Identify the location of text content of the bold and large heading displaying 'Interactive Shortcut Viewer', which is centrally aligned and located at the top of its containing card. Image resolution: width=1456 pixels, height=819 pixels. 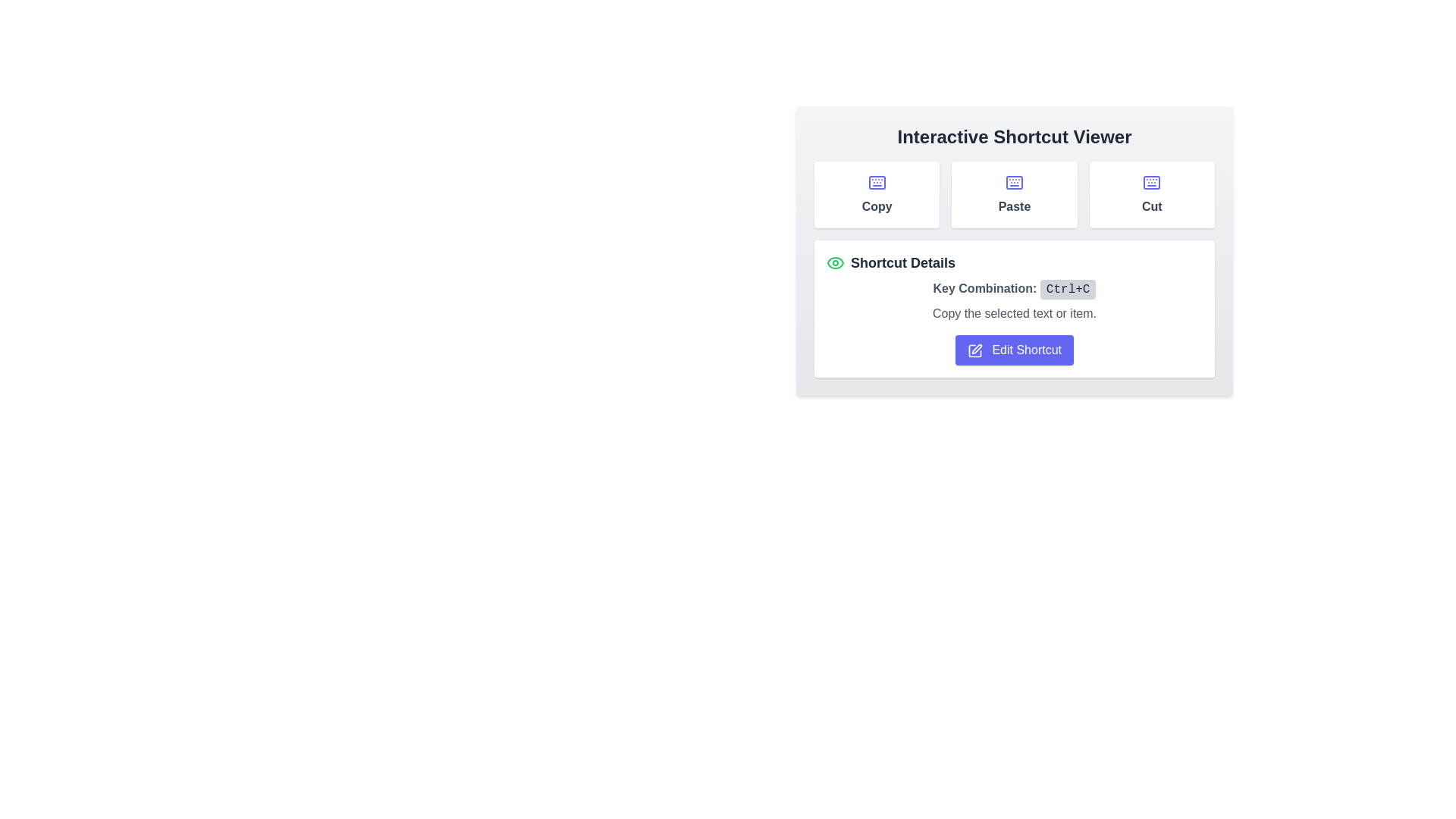
(1015, 137).